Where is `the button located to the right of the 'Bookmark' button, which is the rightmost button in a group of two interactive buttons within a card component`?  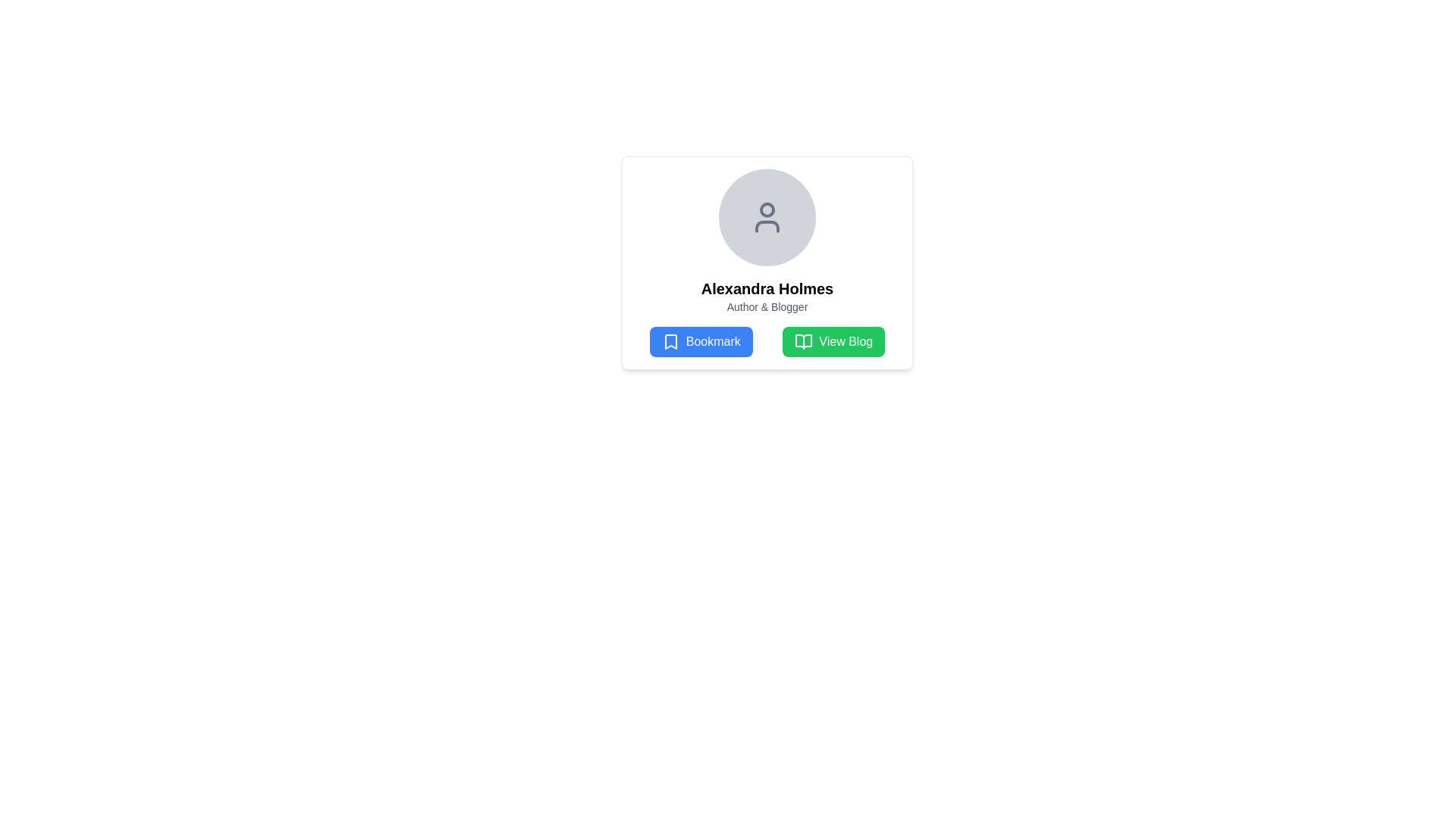
the button located to the right of the 'Bookmark' button, which is the rightmost button in a group of two interactive buttons within a card component is located at coordinates (833, 342).